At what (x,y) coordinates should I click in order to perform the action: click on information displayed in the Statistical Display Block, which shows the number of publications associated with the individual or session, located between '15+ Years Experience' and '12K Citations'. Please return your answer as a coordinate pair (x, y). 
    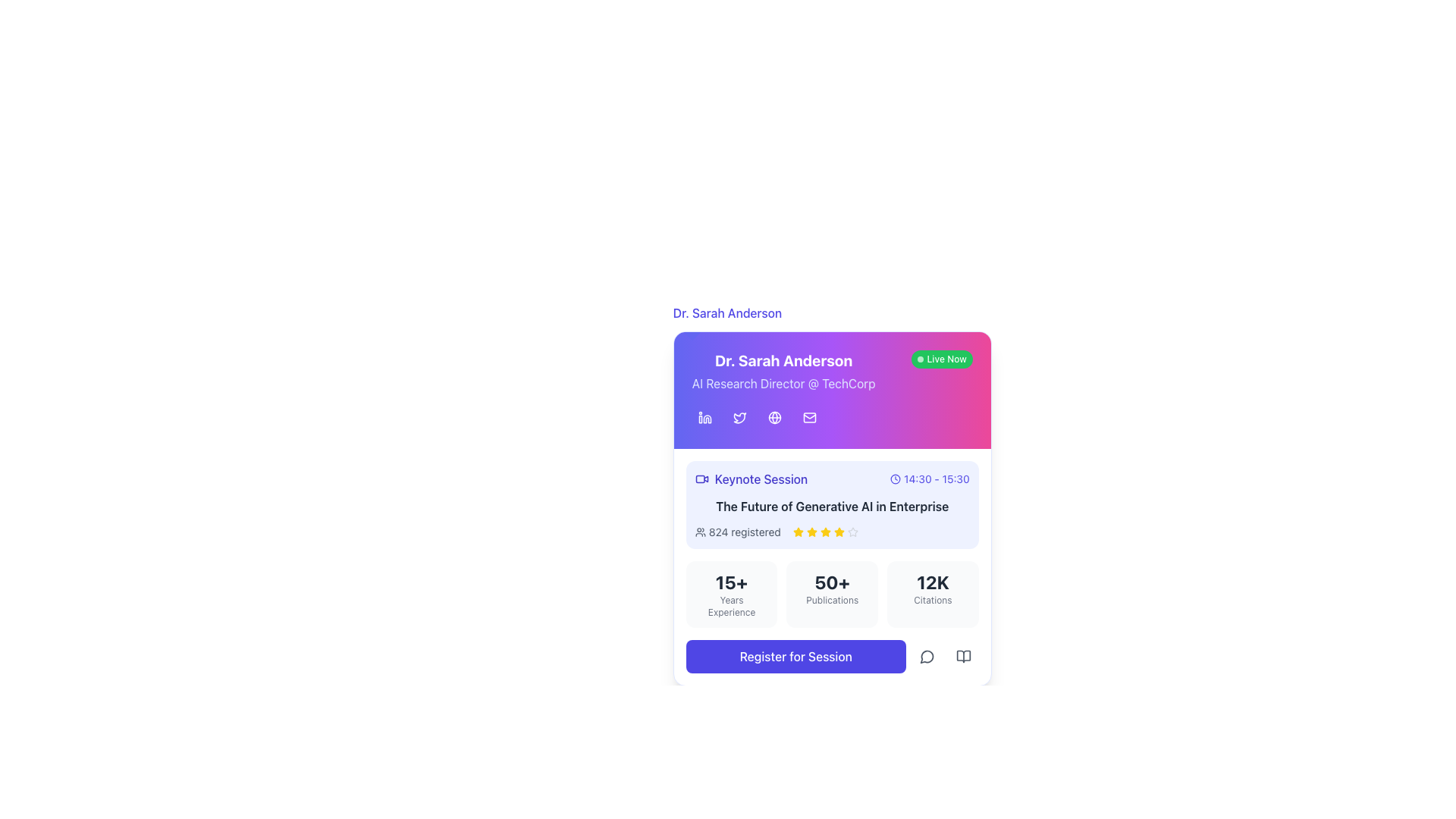
    Looking at the image, I should click on (831, 593).